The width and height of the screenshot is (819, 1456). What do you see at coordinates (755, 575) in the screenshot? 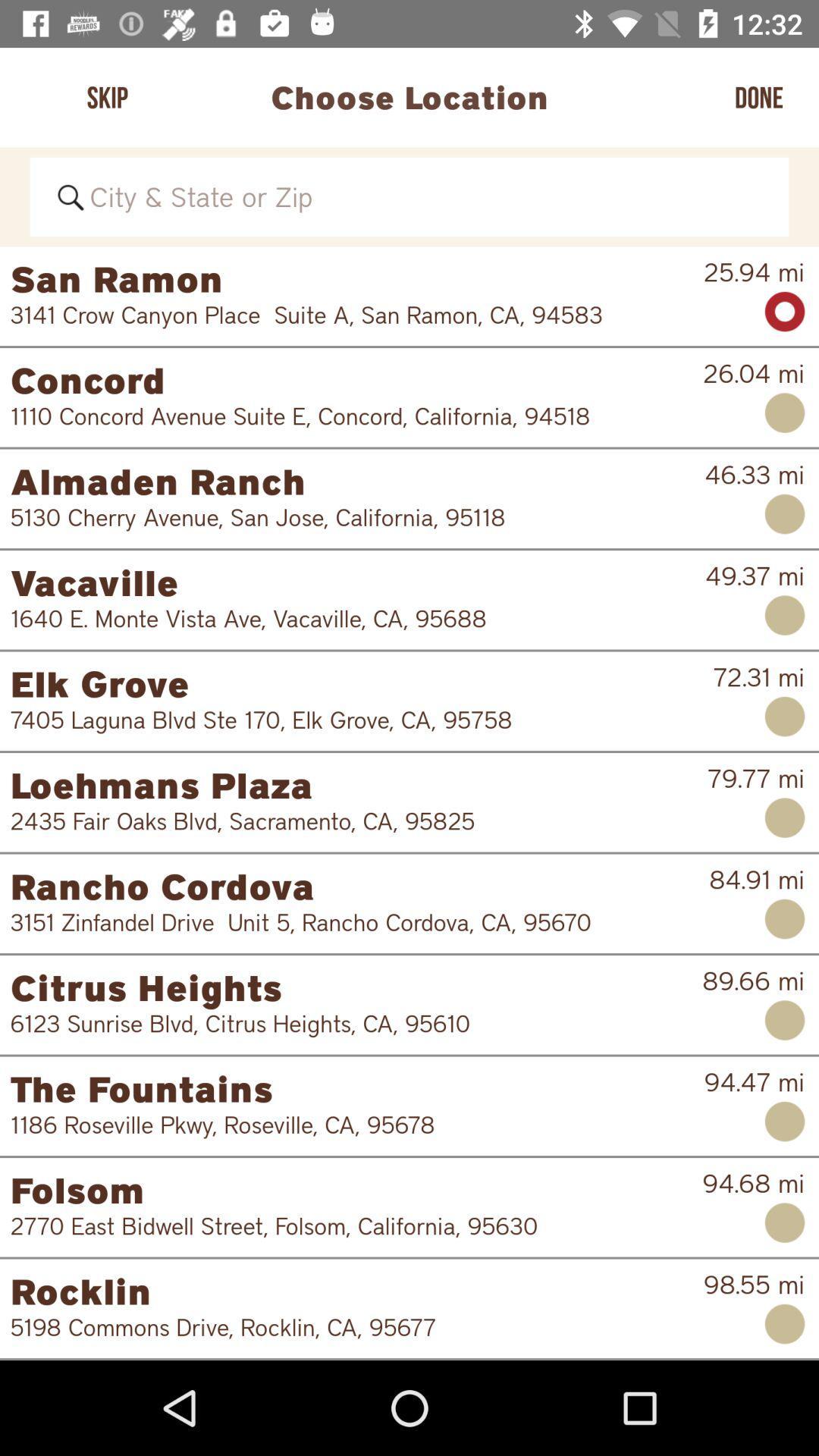
I see `49.37 mi item` at bounding box center [755, 575].